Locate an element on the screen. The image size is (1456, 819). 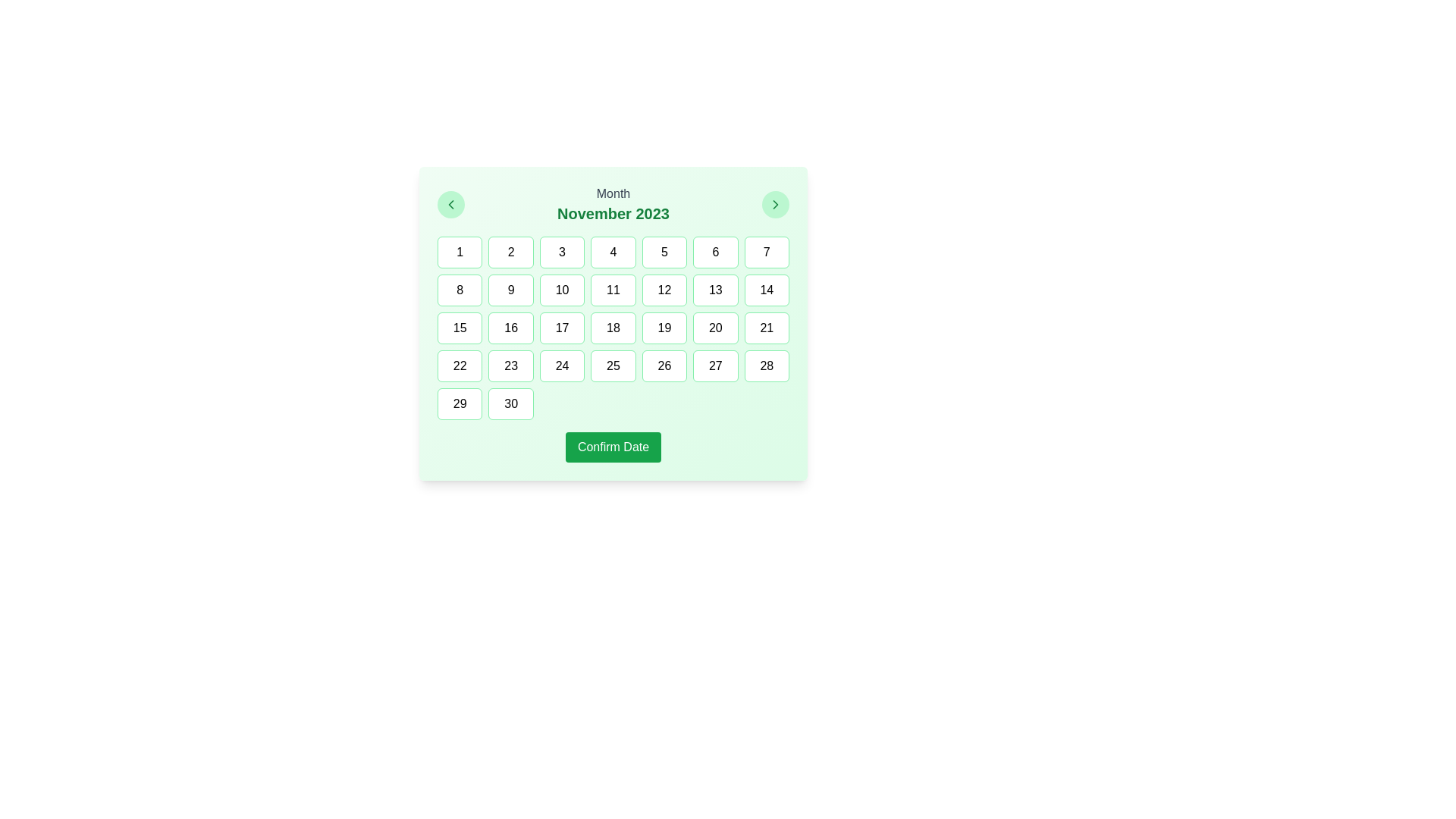
the date '19' button in the calendar interface is located at coordinates (664, 327).